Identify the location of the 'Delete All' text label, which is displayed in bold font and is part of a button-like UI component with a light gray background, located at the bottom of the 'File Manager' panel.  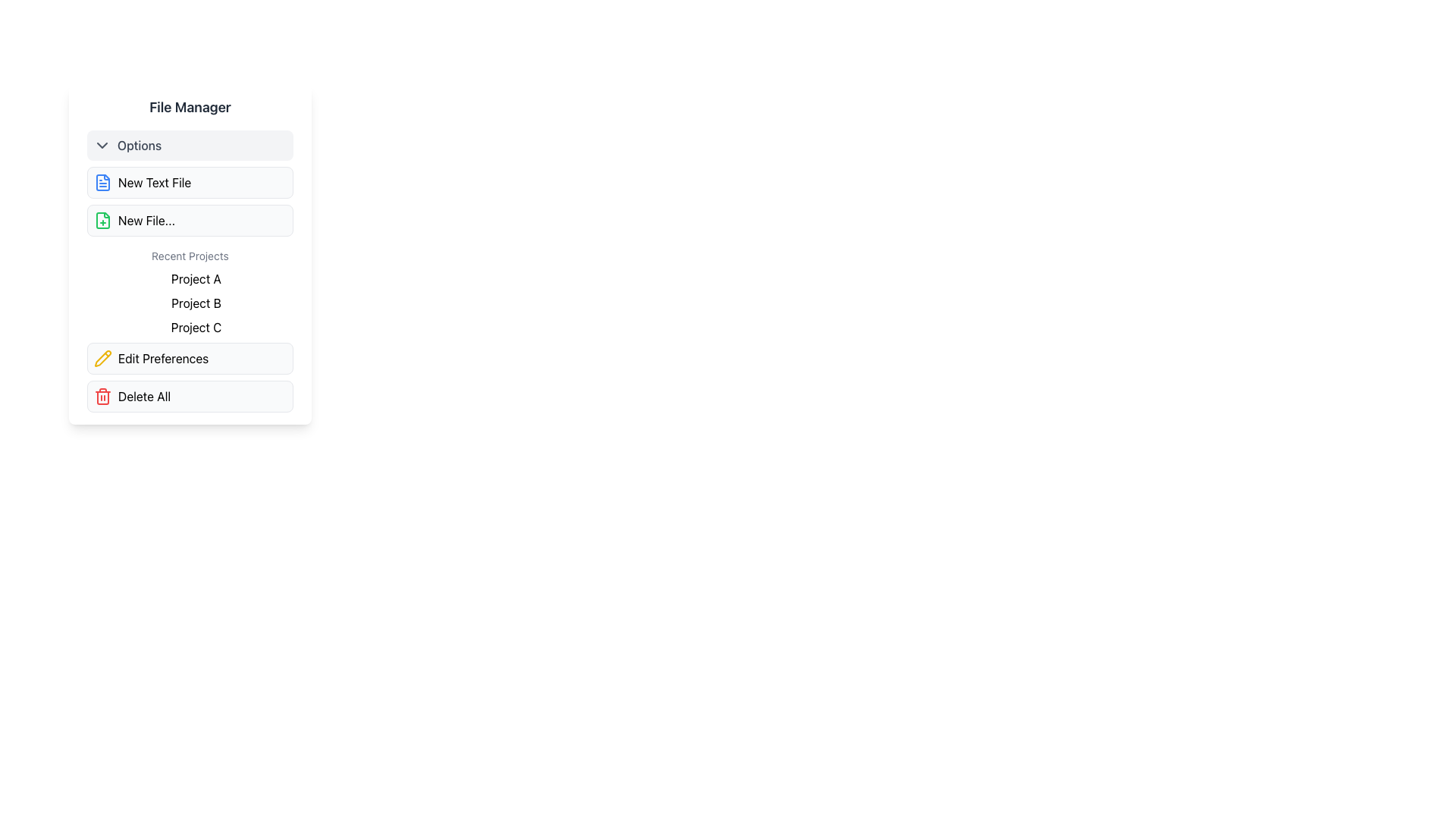
(144, 396).